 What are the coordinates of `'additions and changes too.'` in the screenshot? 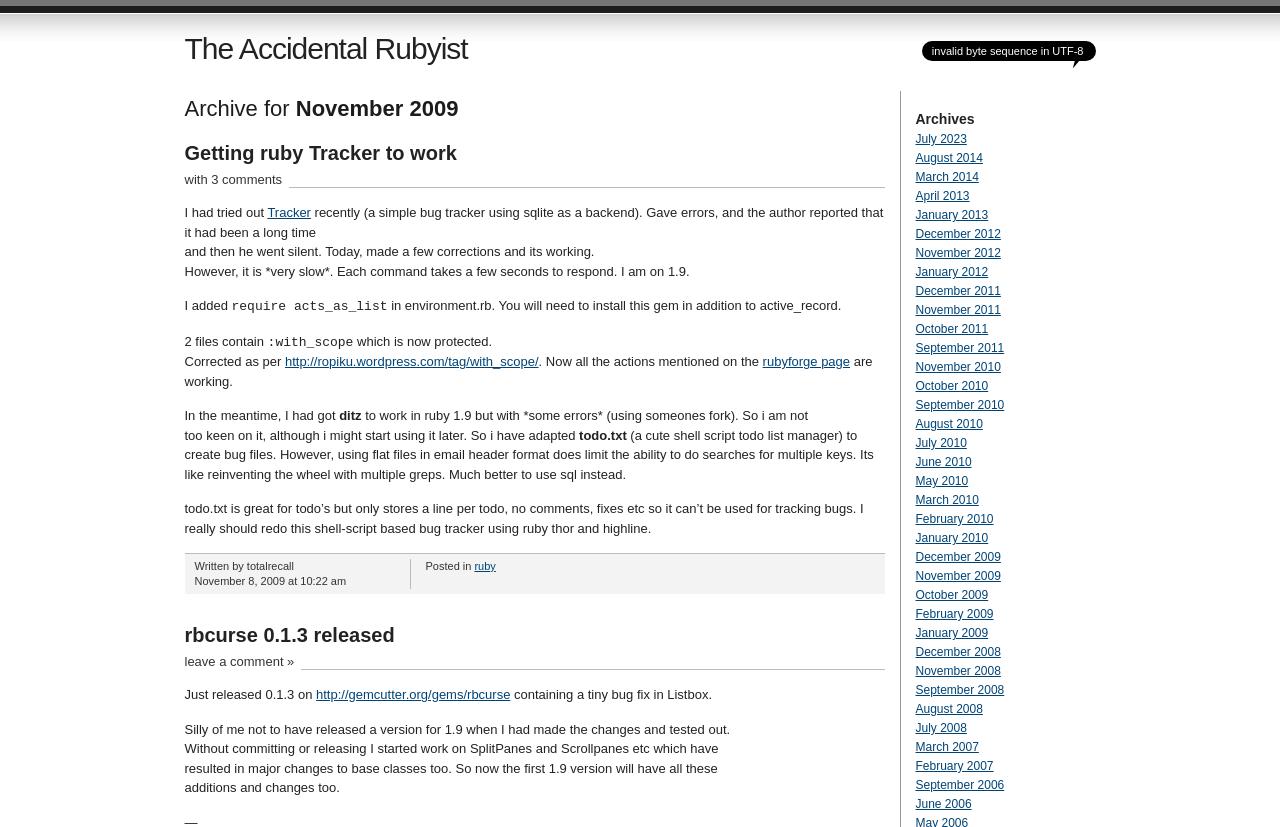 It's located at (183, 787).